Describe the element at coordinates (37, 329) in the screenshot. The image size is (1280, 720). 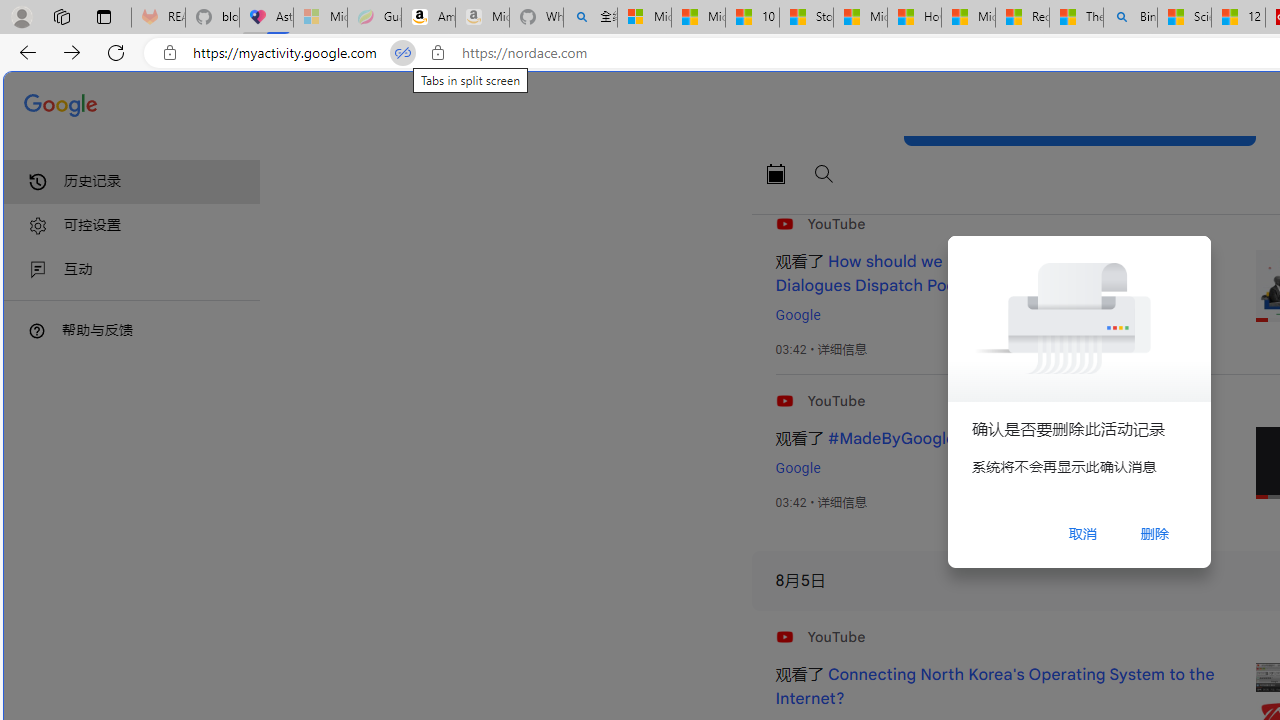
I see `'Class: DTiKkd NMm5M'` at that location.